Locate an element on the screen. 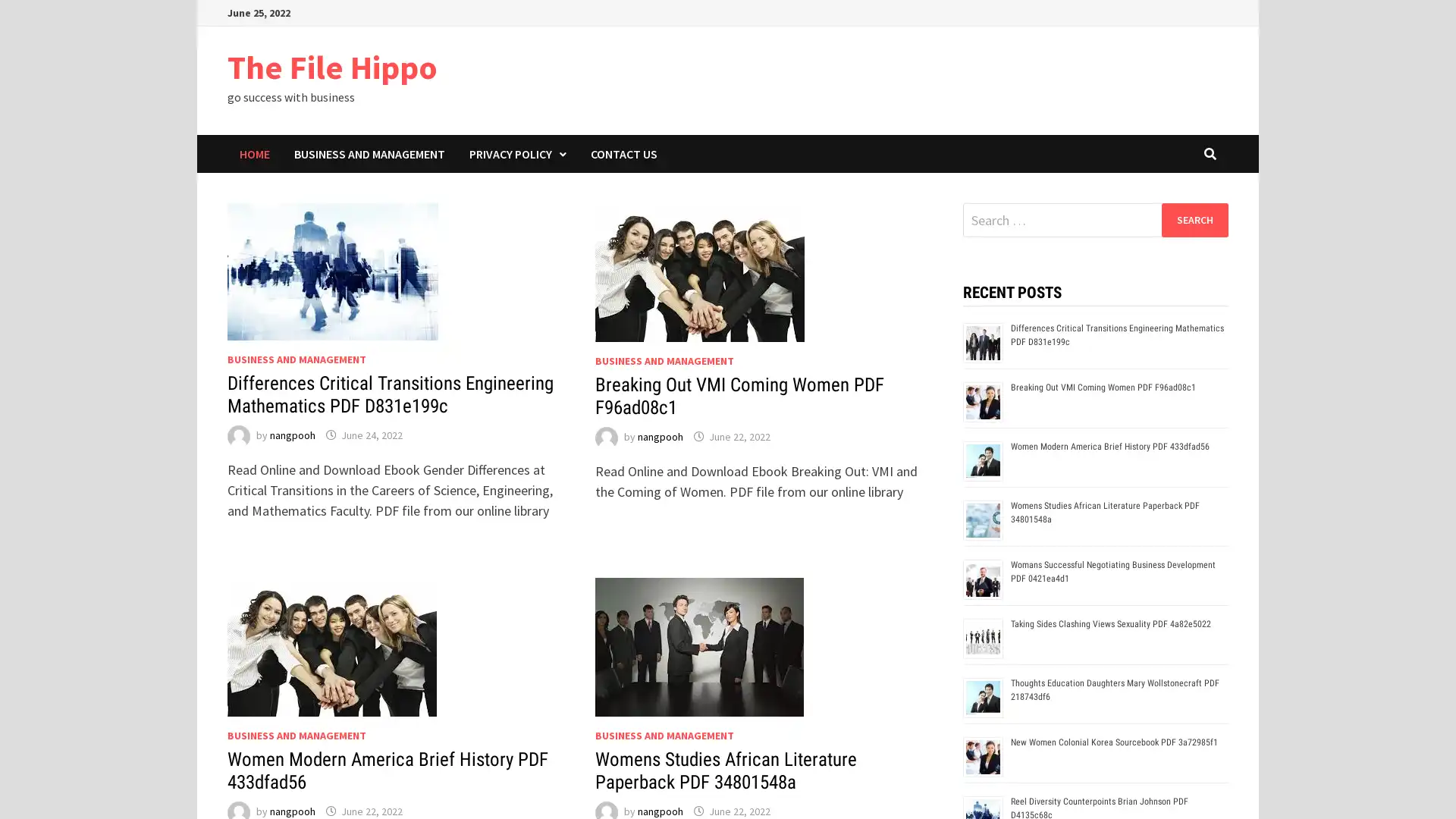 The image size is (1456, 819). Search is located at coordinates (1194, 219).